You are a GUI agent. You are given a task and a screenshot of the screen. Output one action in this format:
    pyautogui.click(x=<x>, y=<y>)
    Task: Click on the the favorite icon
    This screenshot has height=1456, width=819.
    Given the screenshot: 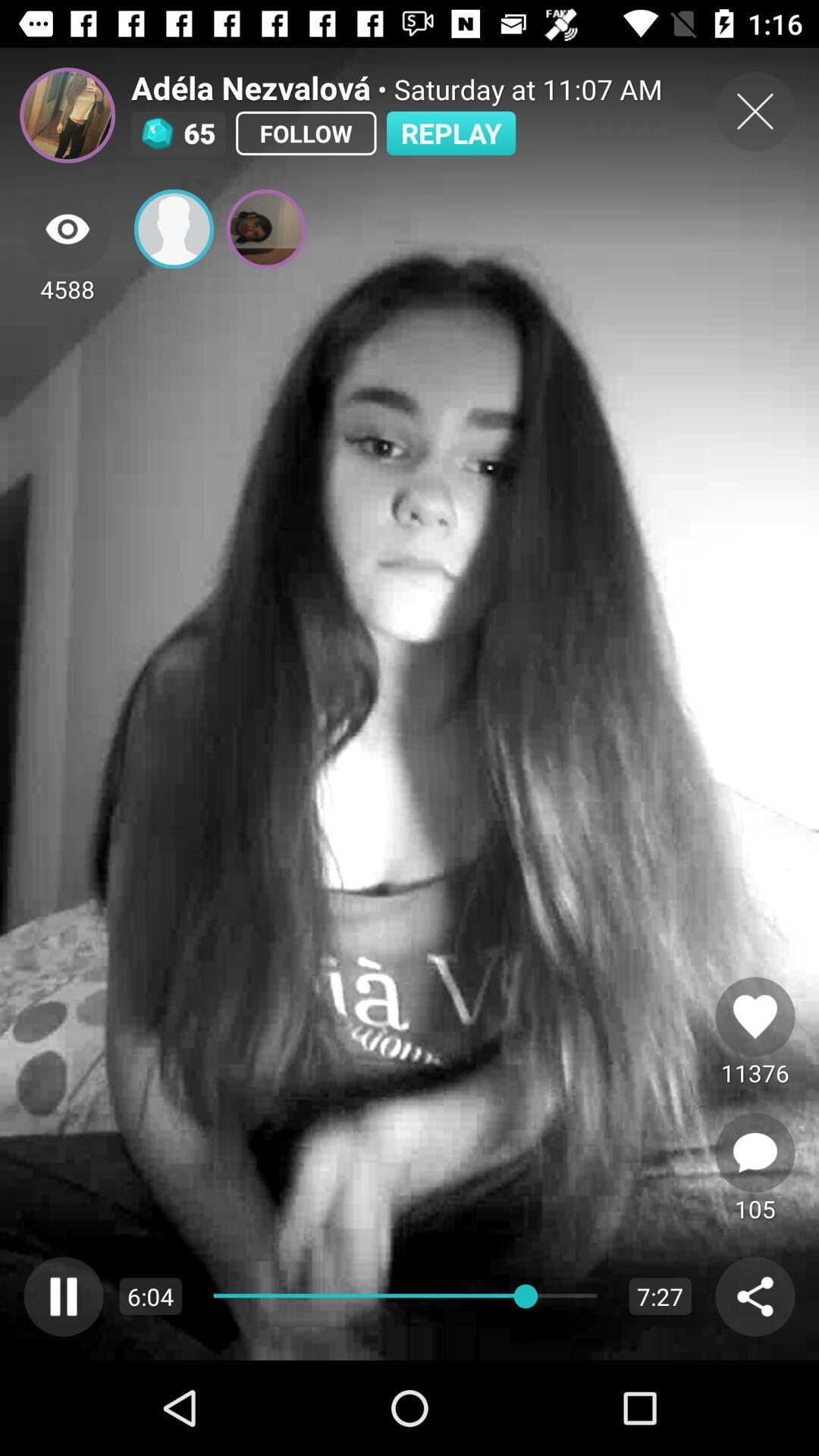 What is the action you would take?
    pyautogui.click(x=755, y=1016)
    